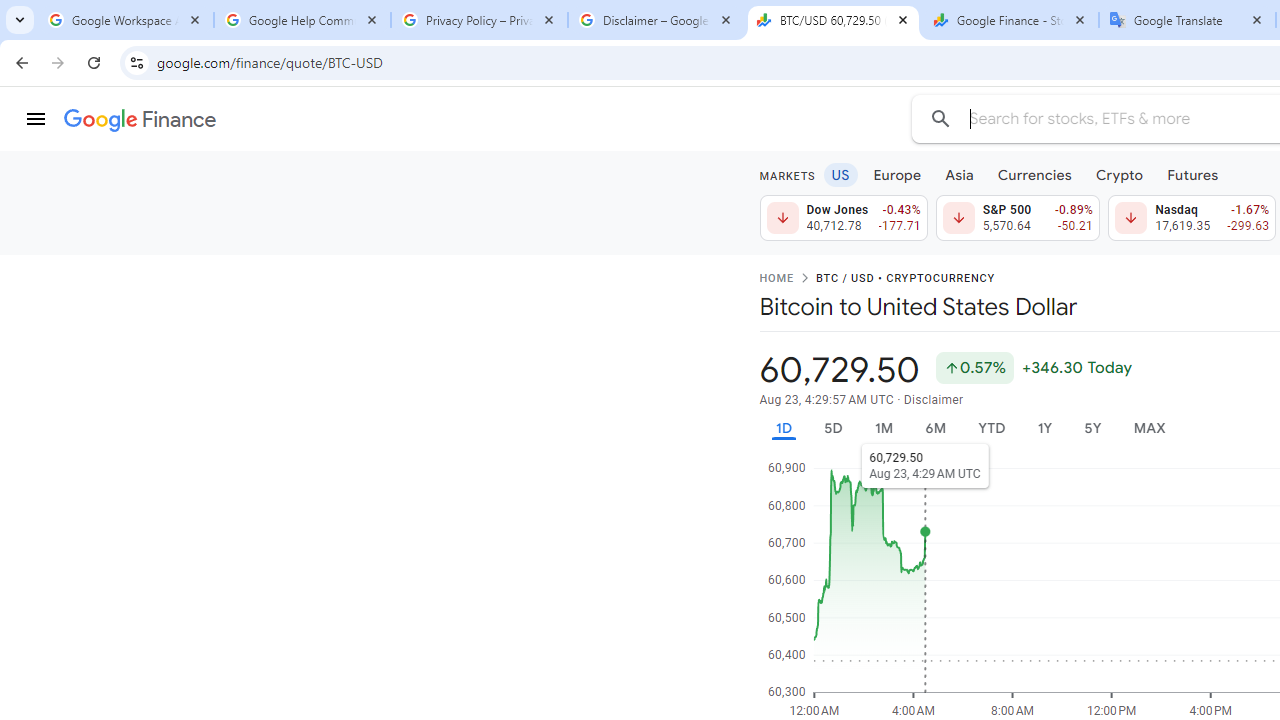 This screenshot has height=720, width=1280. Describe the element at coordinates (1192, 173) in the screenshot. I see `'Futures'` at that location.